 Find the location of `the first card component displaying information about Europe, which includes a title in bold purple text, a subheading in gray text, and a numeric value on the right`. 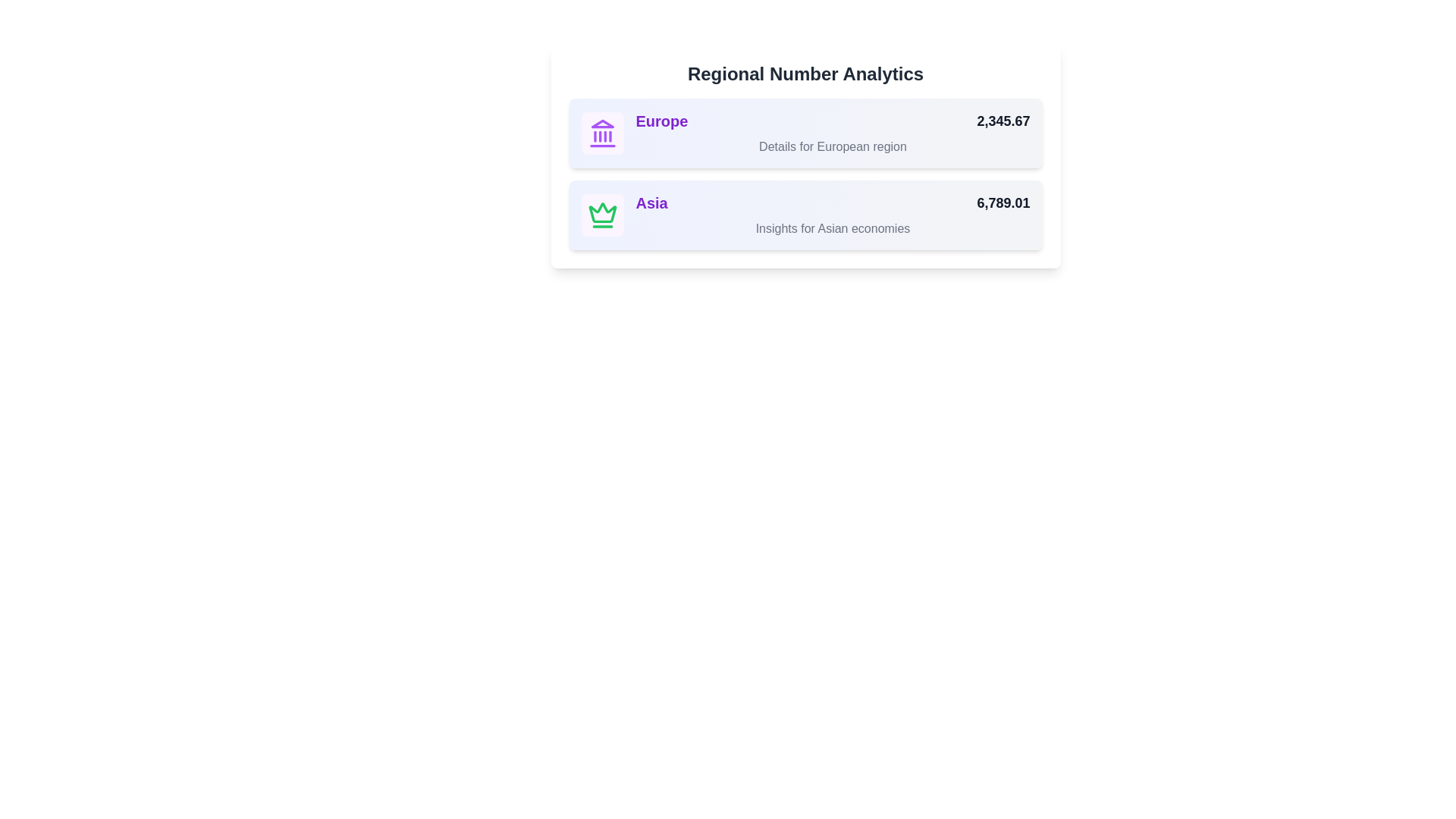

the first card component displaying information about Europe, which includes a title in bold purple text, a subheading in gray text, and a numeric value on the right is located at coordinates (805, 155).